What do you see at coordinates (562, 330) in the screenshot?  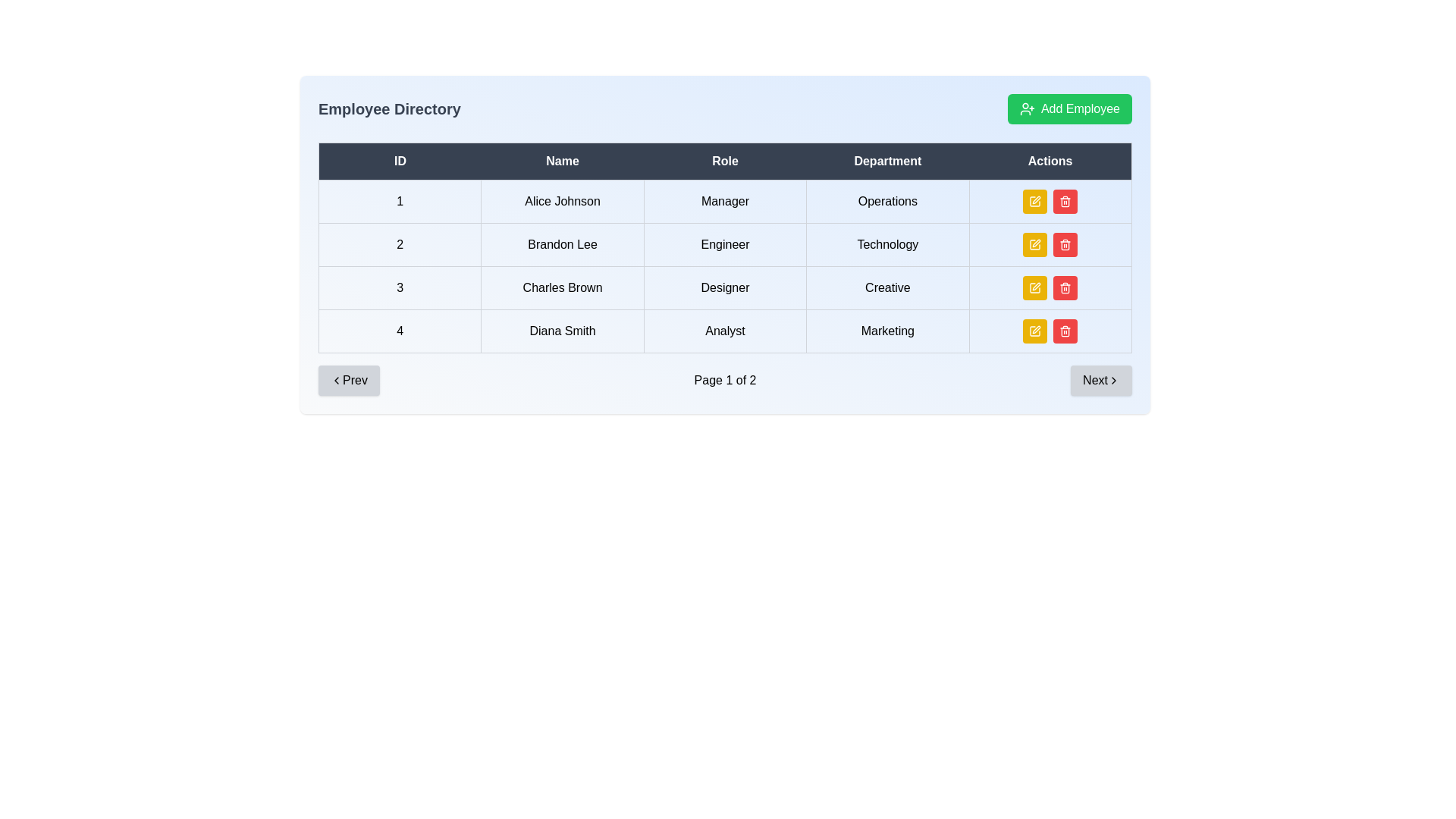 I see `the static text 'Diana Smith' located in the second column of the fourth row in the Employee Directory table` at bounding box center [562, 330].